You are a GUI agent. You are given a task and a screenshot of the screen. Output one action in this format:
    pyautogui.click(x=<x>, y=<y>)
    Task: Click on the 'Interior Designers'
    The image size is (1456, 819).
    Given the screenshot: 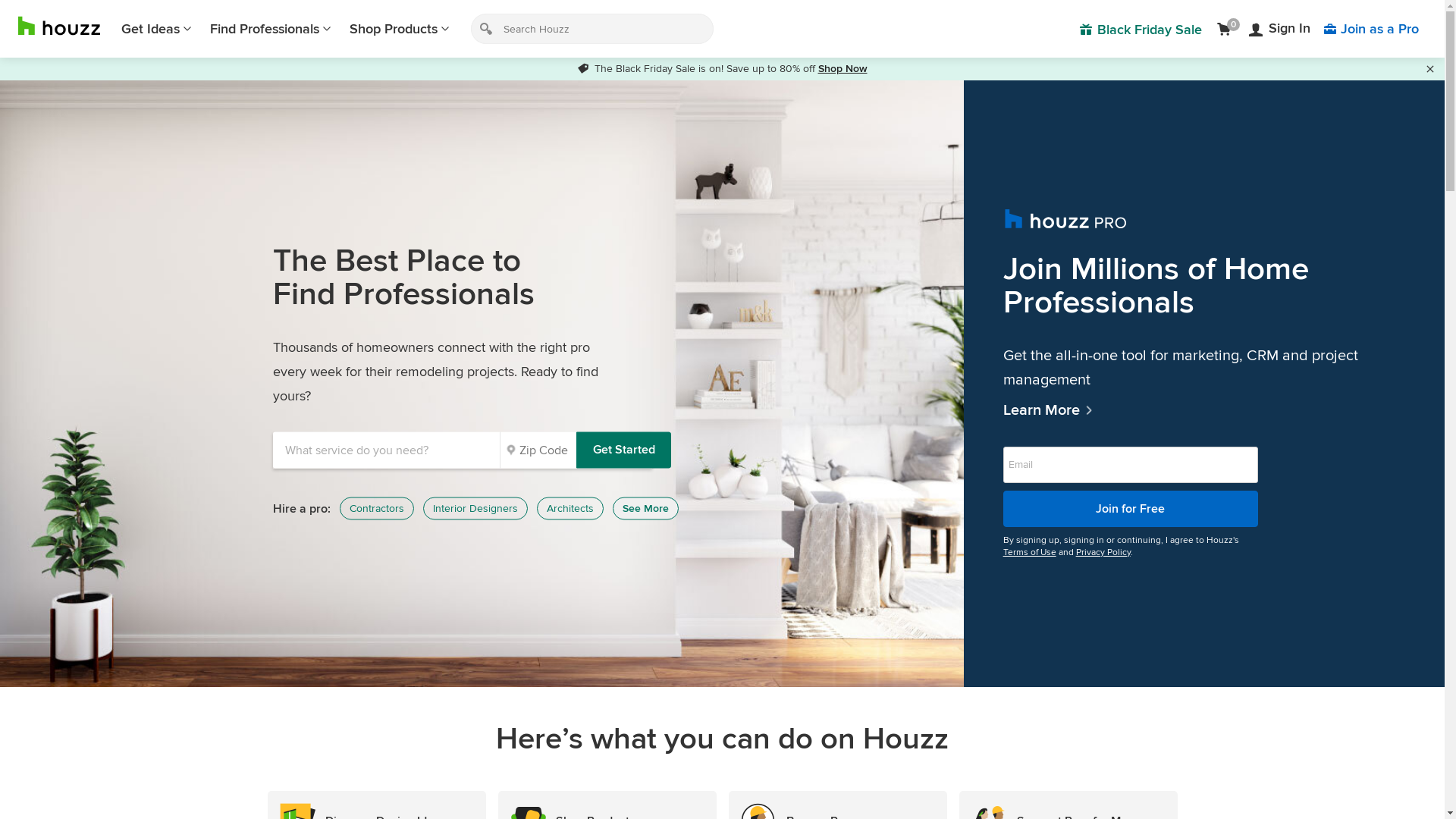 What is the action you would take?
    pyautogui.click(x=475, y=509)
    